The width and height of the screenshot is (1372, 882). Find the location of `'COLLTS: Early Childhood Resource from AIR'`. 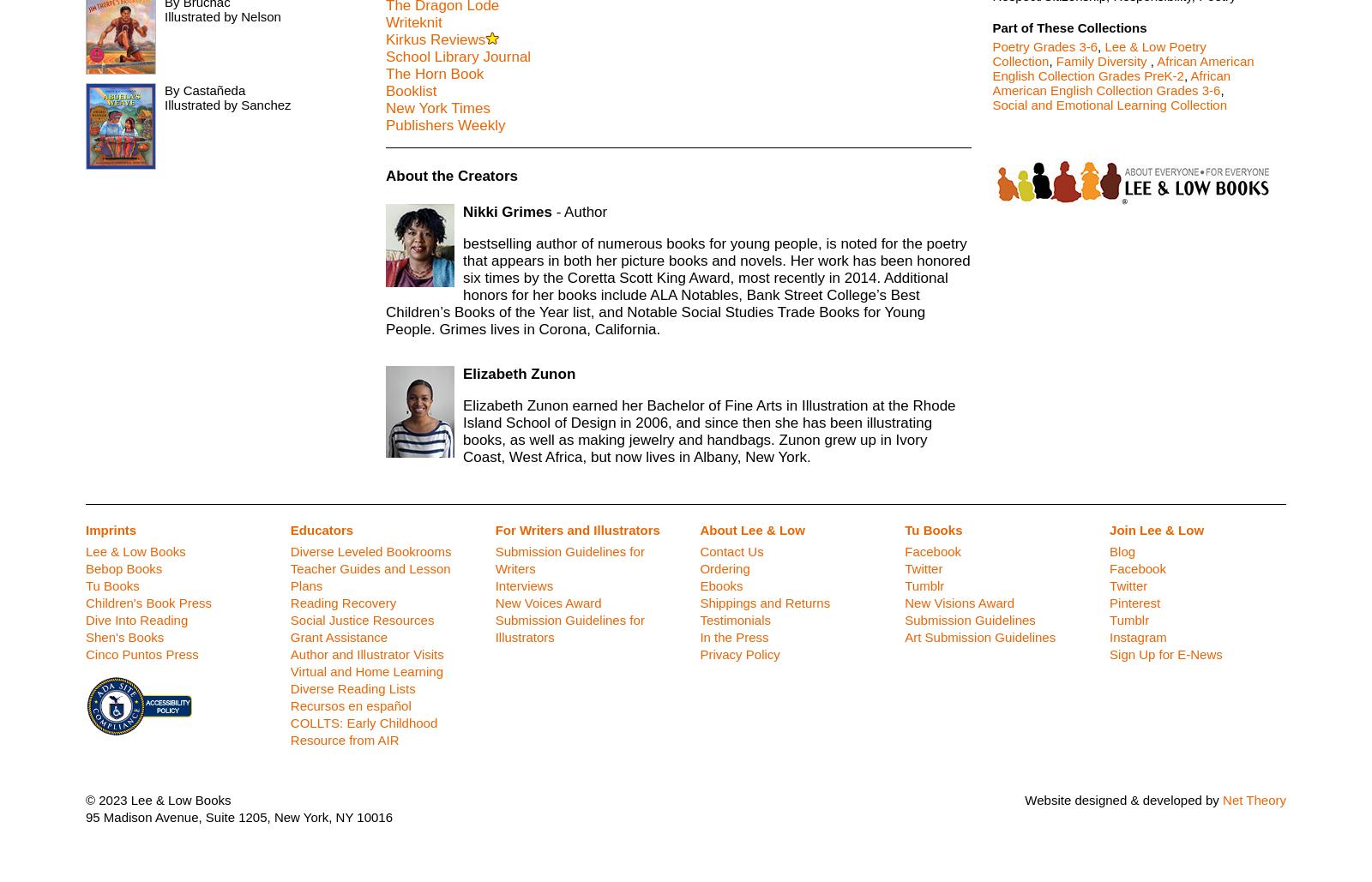

'COLLTS: Early Childhood Resource from AIR' is located at coordinates (363, 730).